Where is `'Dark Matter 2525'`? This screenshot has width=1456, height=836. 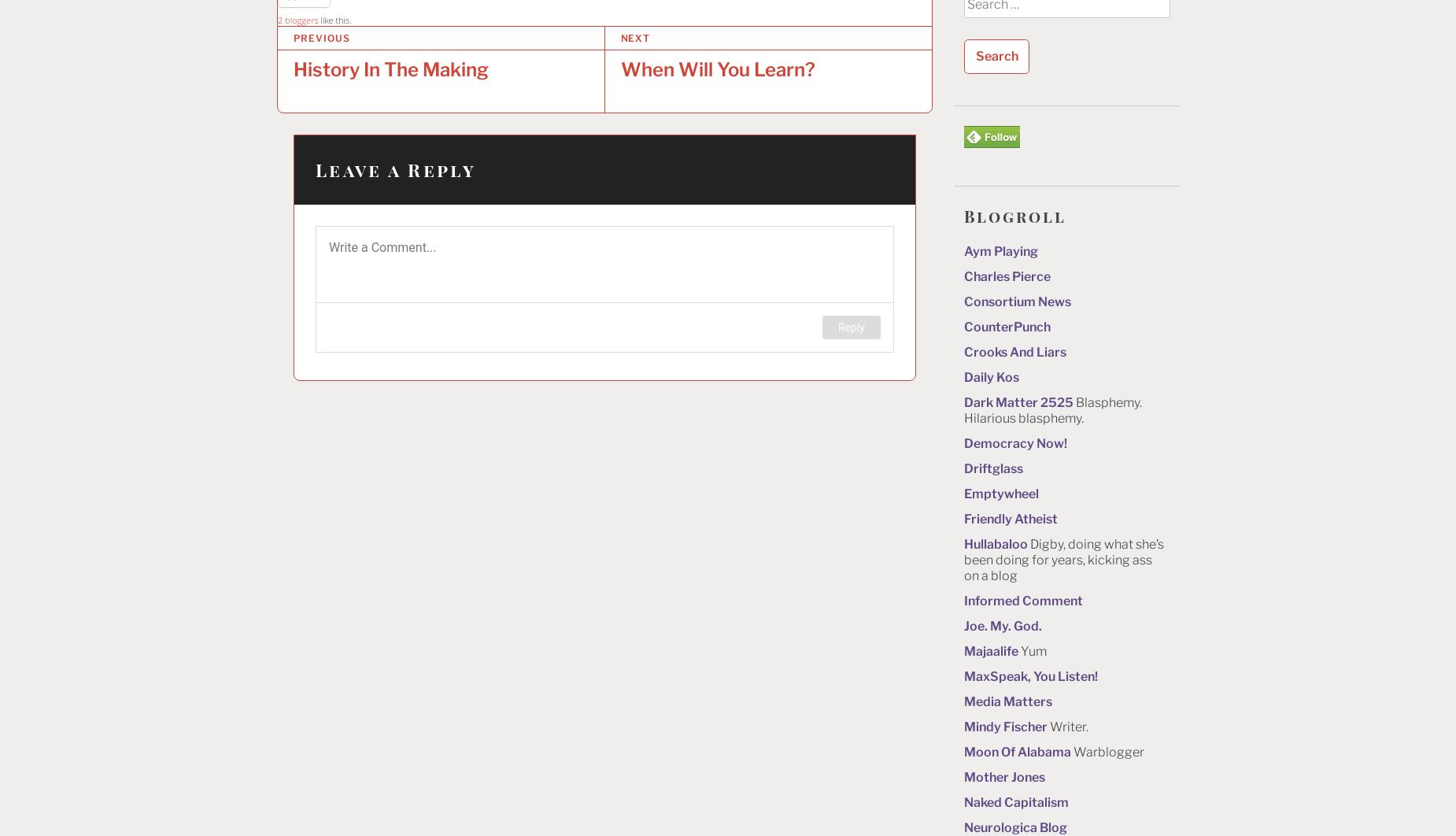
'Dark Matter 2525' is located at coordinates (1018, 401).